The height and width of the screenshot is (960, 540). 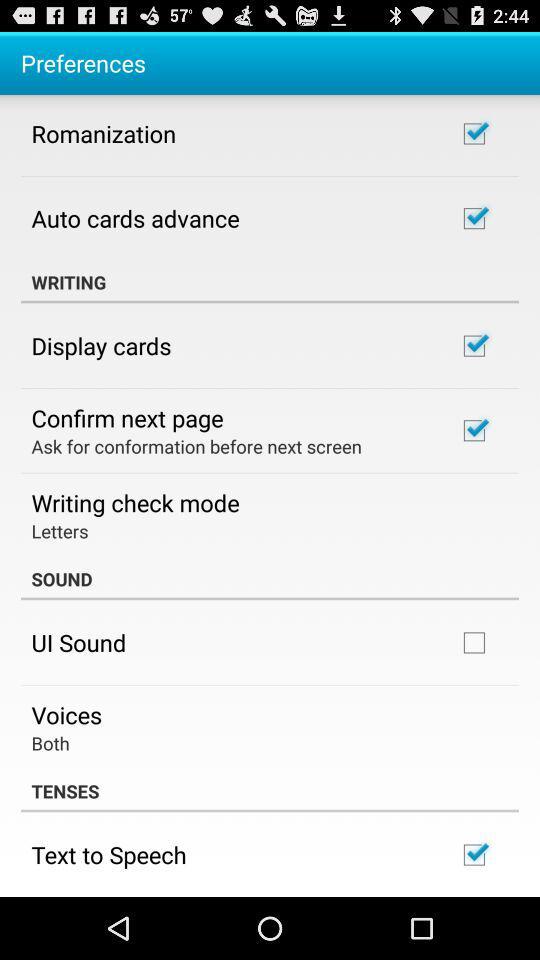 I want to click on both icon, so click(x=50, y=742).